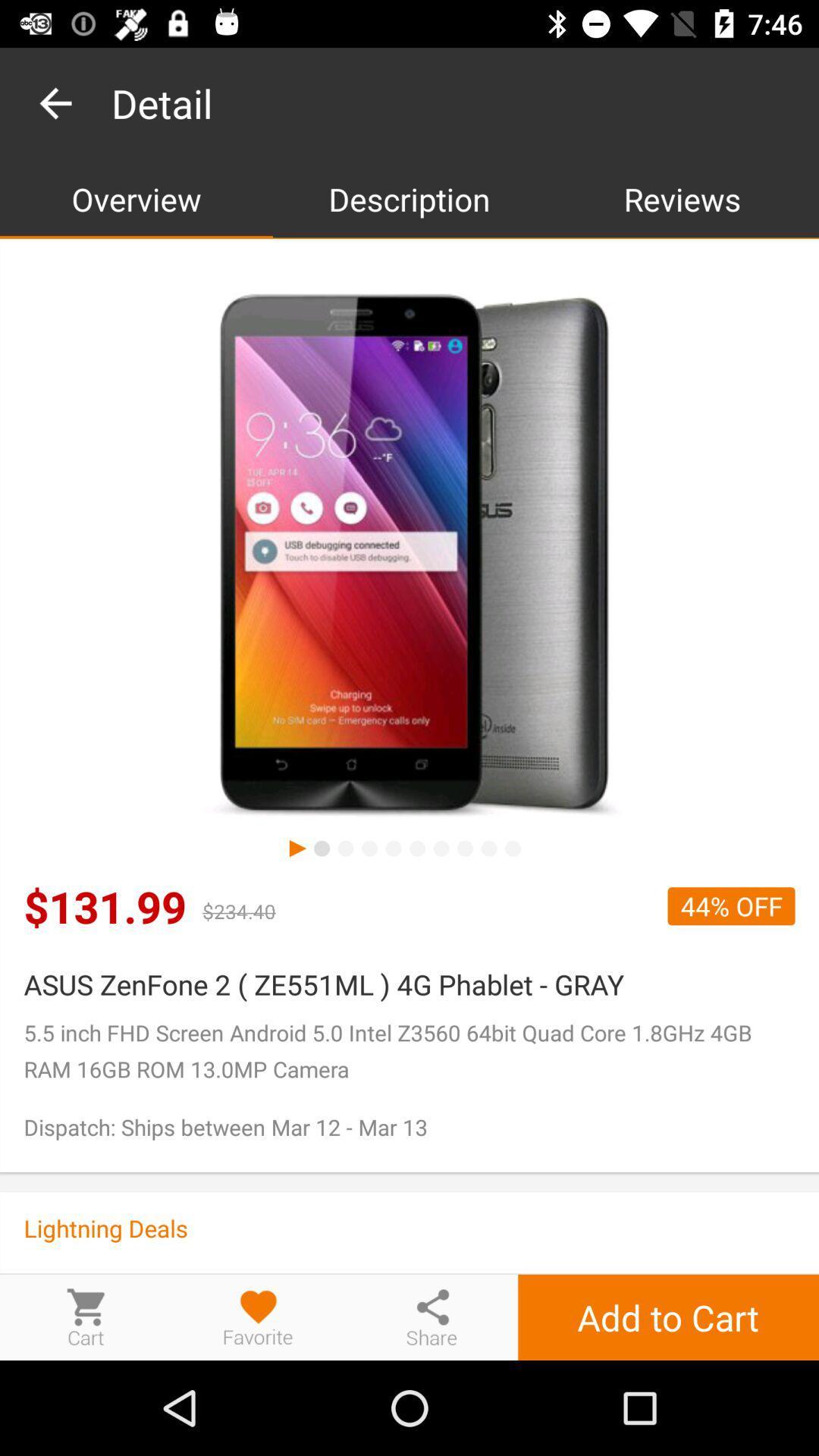  What do you see at coordinates (258, 1316) in the screenshot?
I see `the product` at bounding box center [258, 1316].